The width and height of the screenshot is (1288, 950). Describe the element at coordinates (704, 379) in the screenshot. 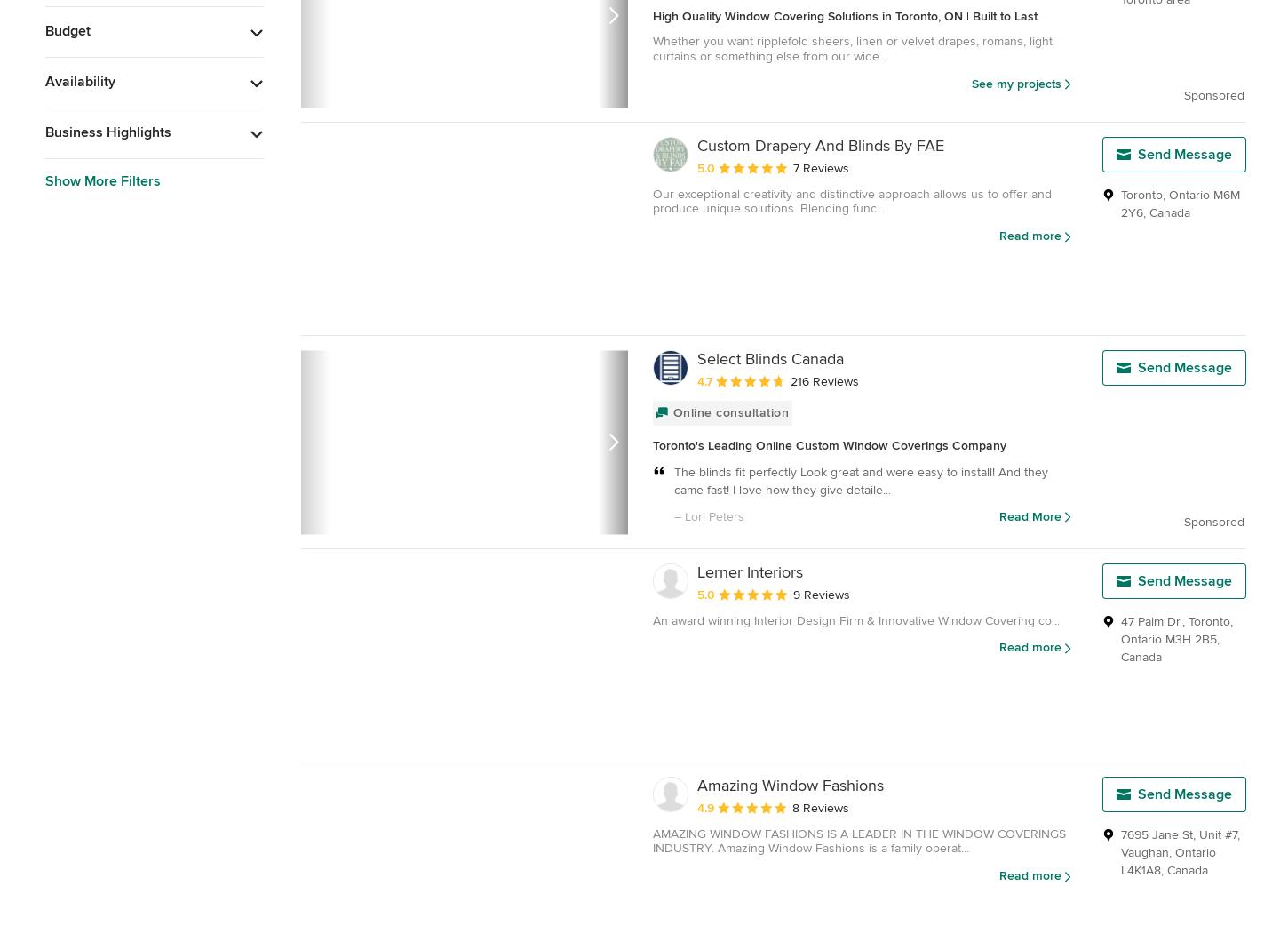

I see `'4.7'` at that location.